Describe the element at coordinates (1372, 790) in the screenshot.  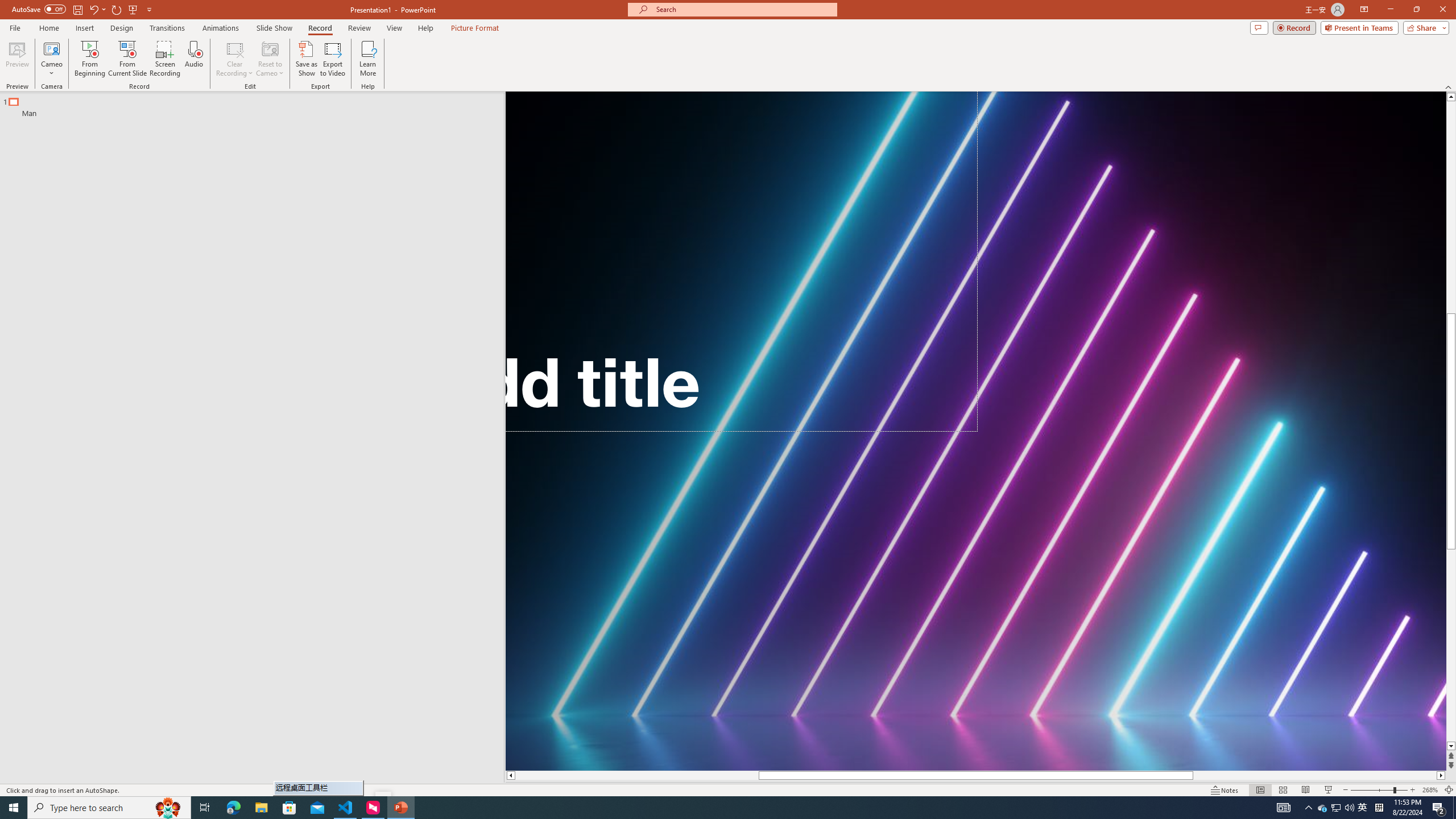
I see `'Zoom Out'` at that location.